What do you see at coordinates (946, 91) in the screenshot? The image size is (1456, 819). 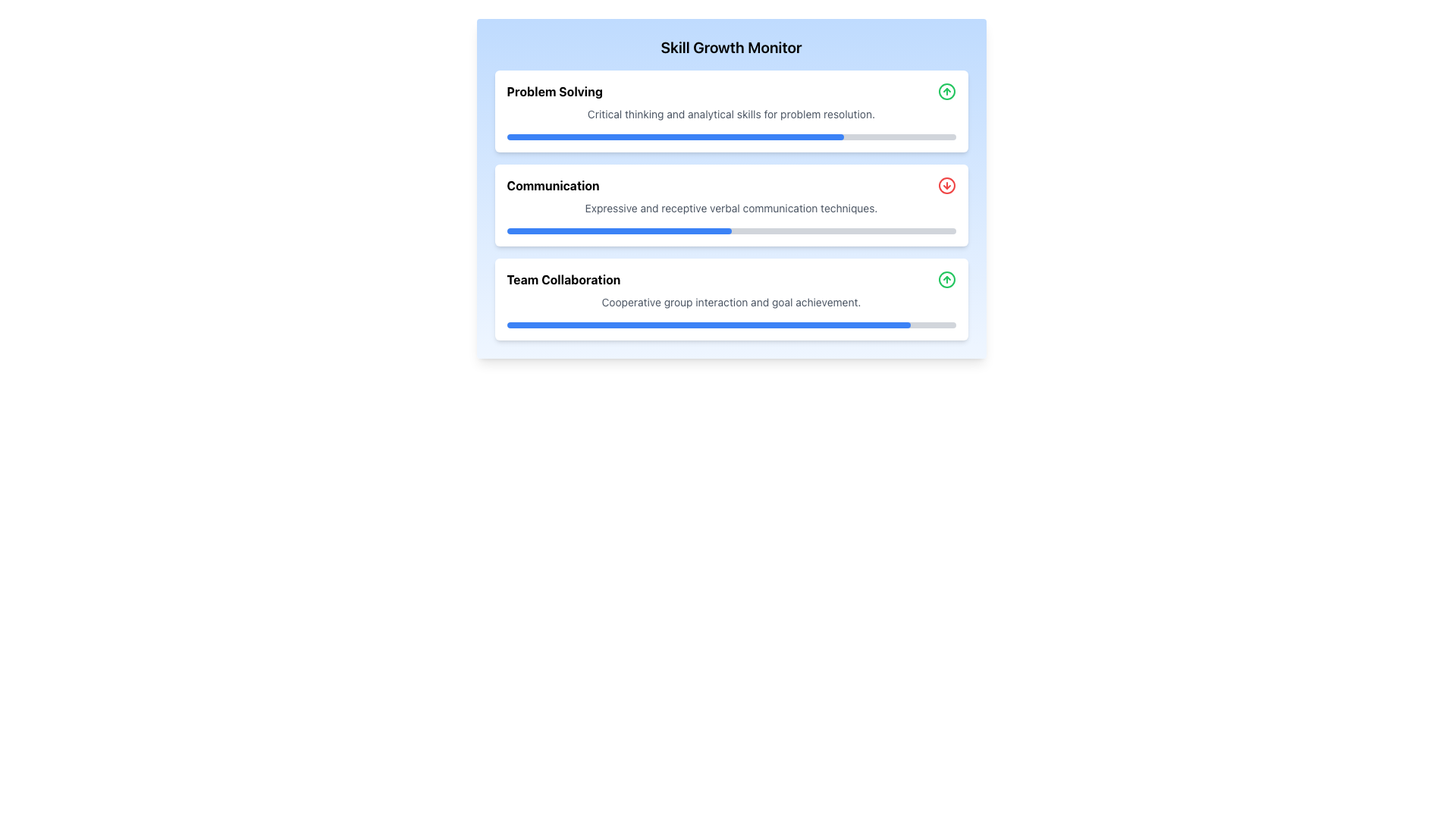 I see `the upward-pointing arrow icon encased in a green circular border, located on the far-right of the 'Problem Solving' section title` at bounding box center [946, 91].